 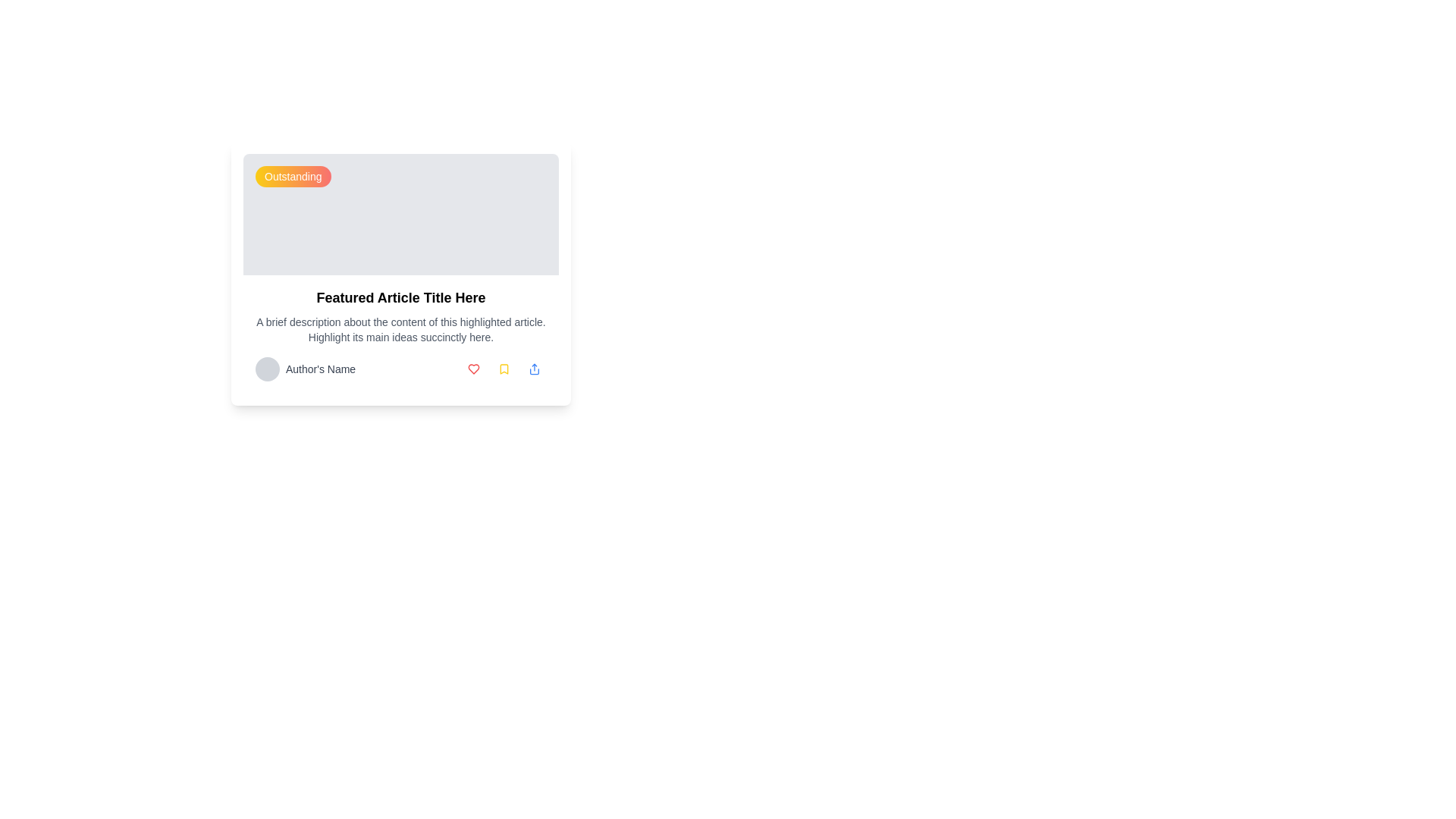 I want to click on the bookmarking button located between the red heart icon and the blue share icon in the card layout, so click(x=504, y=369).